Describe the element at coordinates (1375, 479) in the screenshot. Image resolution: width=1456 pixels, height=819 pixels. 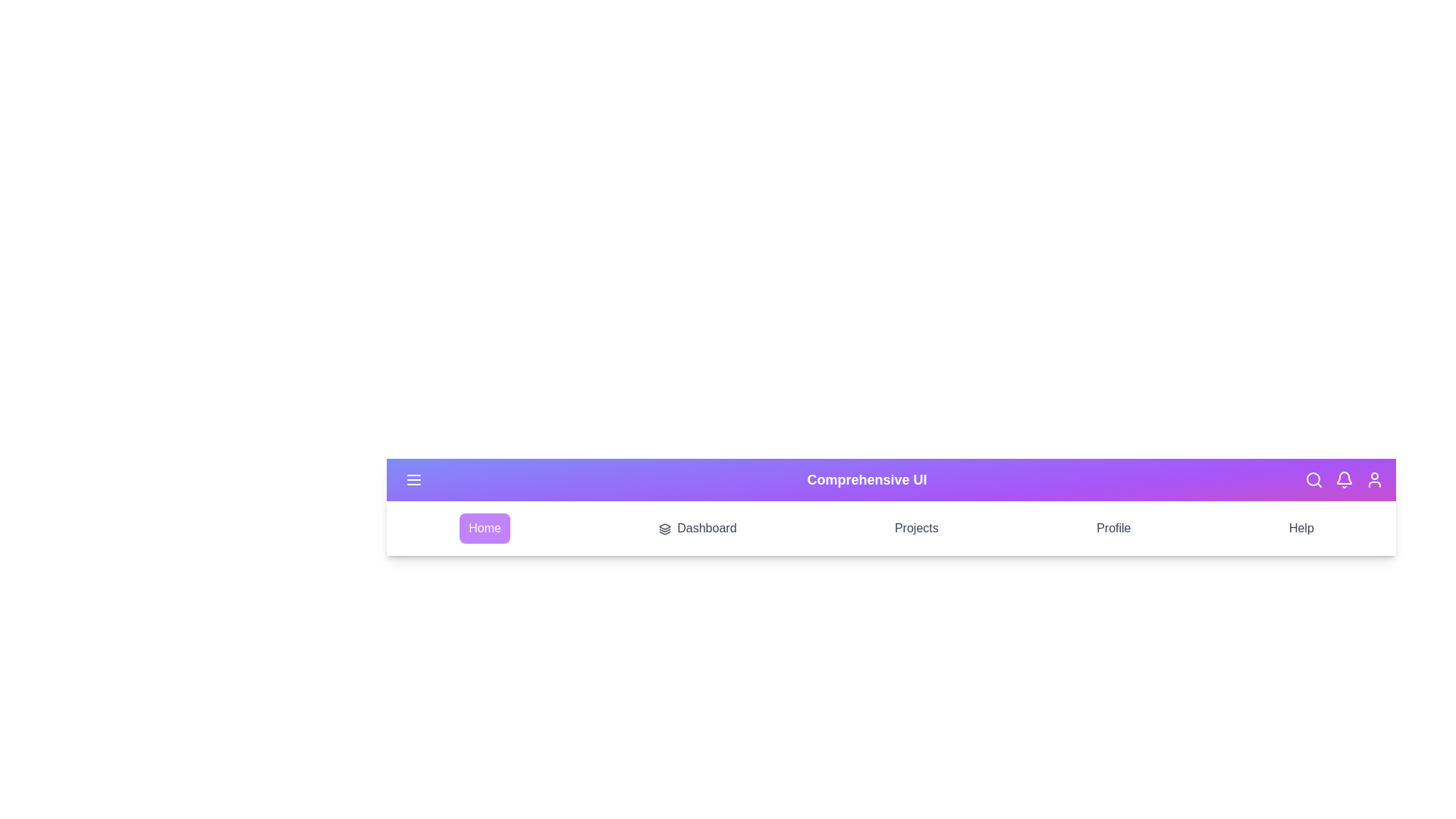
I see `the user profile icon located at the top right of the AppBar` at that location.